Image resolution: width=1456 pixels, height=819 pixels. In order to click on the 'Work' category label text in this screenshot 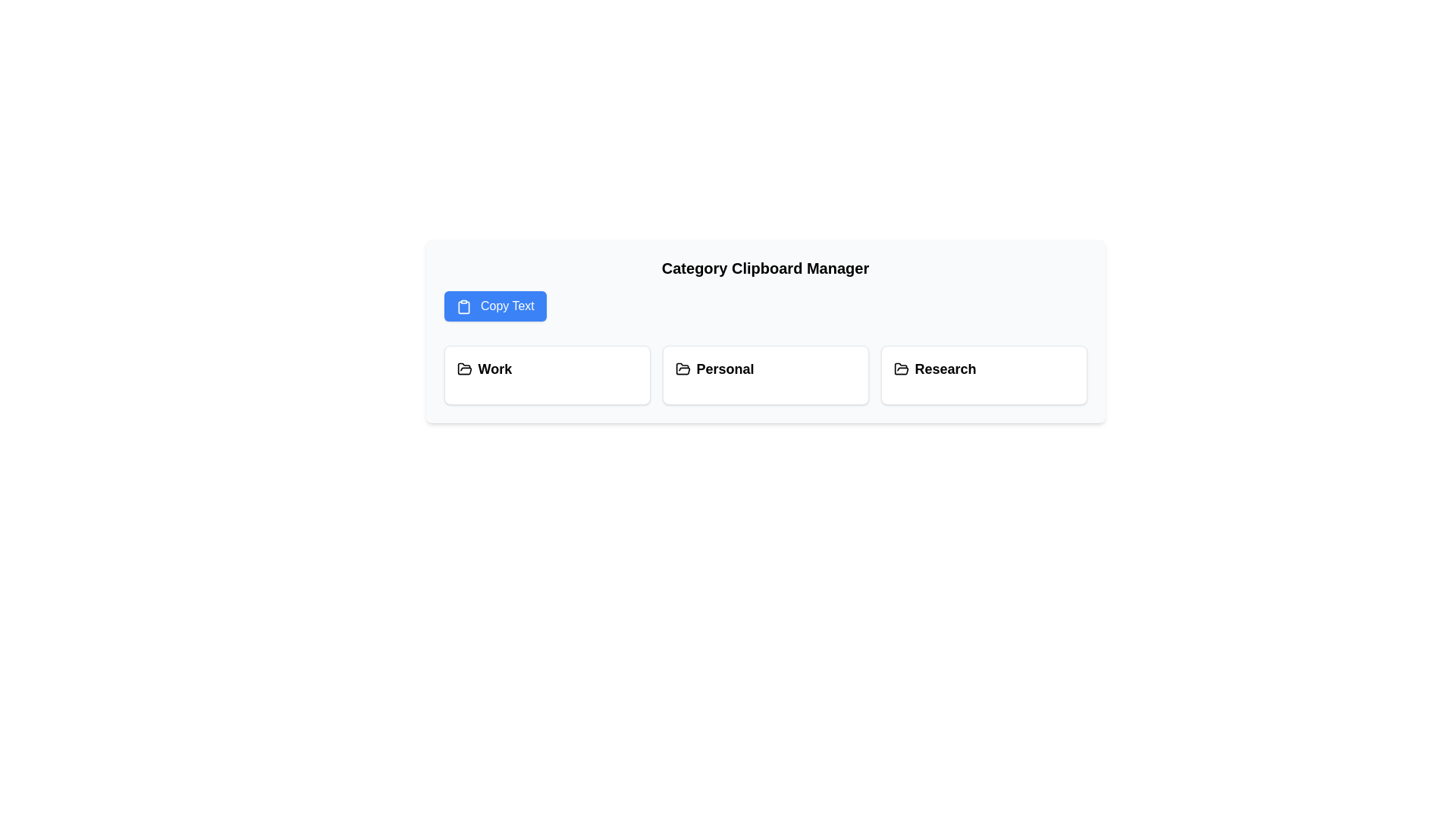, I will do `click(494, 369)`.